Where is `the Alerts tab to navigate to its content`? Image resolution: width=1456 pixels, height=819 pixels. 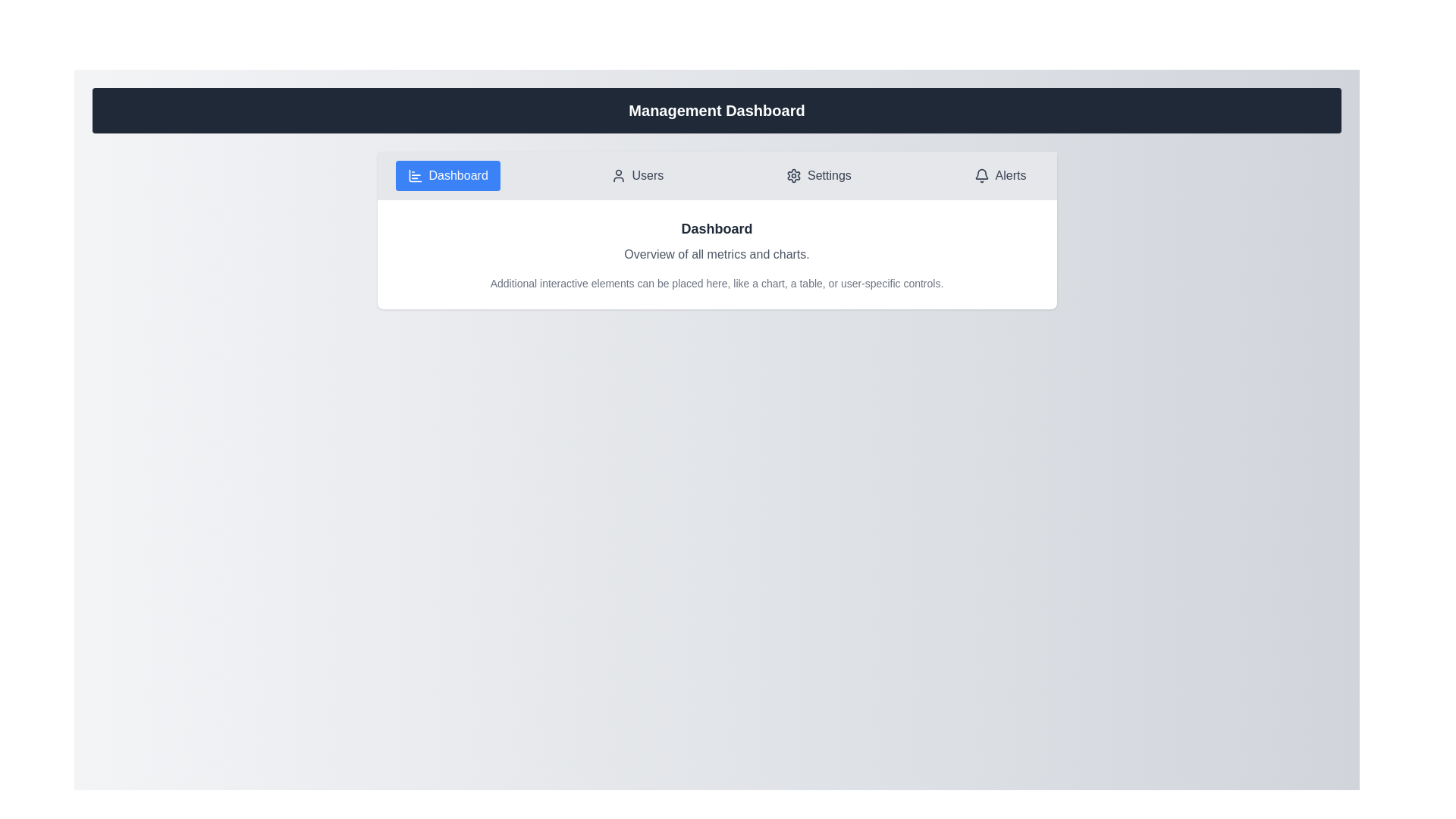
the Alerts tab to navigate to its content is located at coordinates (1000, 174).